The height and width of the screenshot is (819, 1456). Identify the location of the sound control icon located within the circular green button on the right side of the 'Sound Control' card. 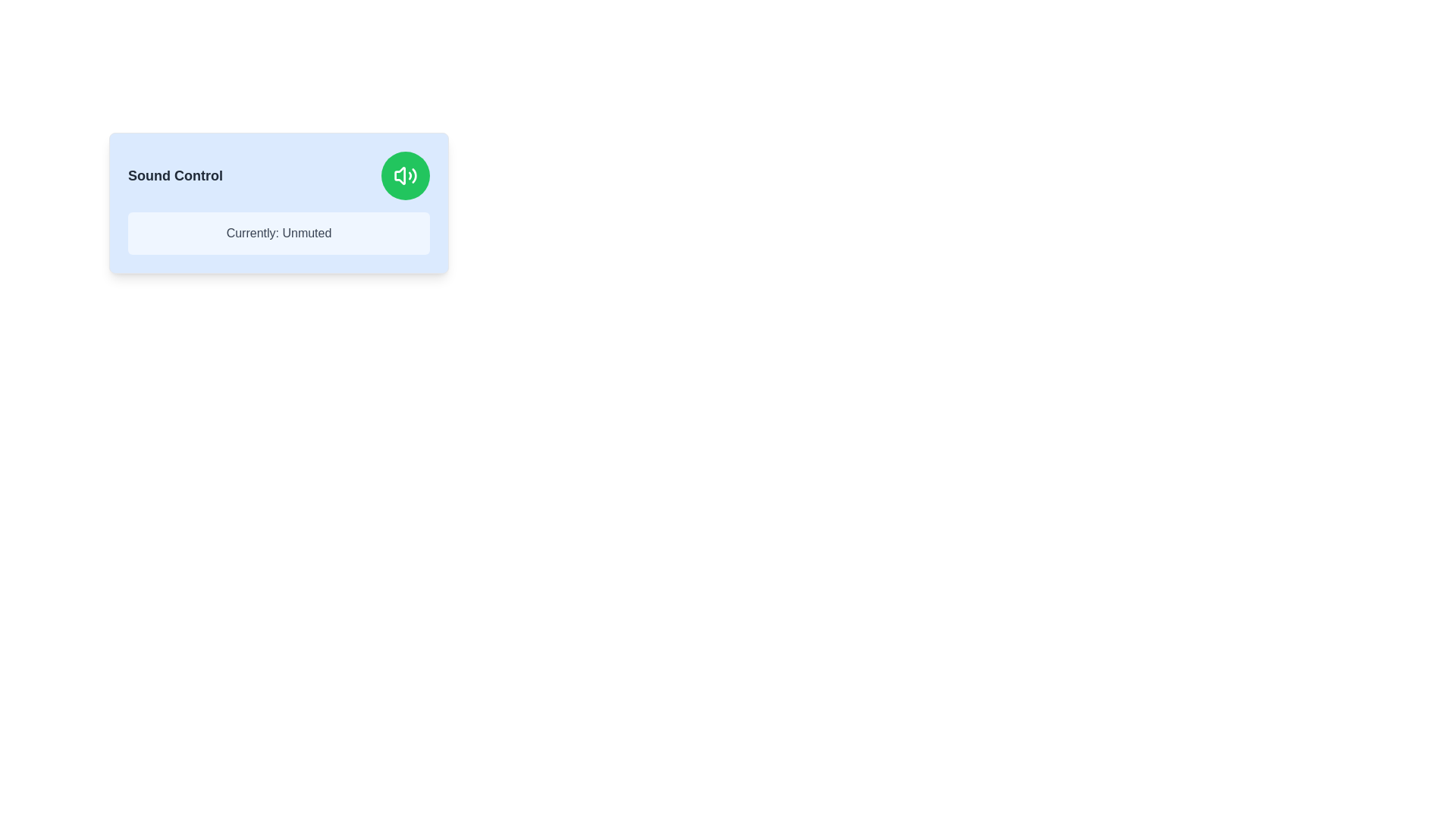
(405, 174).